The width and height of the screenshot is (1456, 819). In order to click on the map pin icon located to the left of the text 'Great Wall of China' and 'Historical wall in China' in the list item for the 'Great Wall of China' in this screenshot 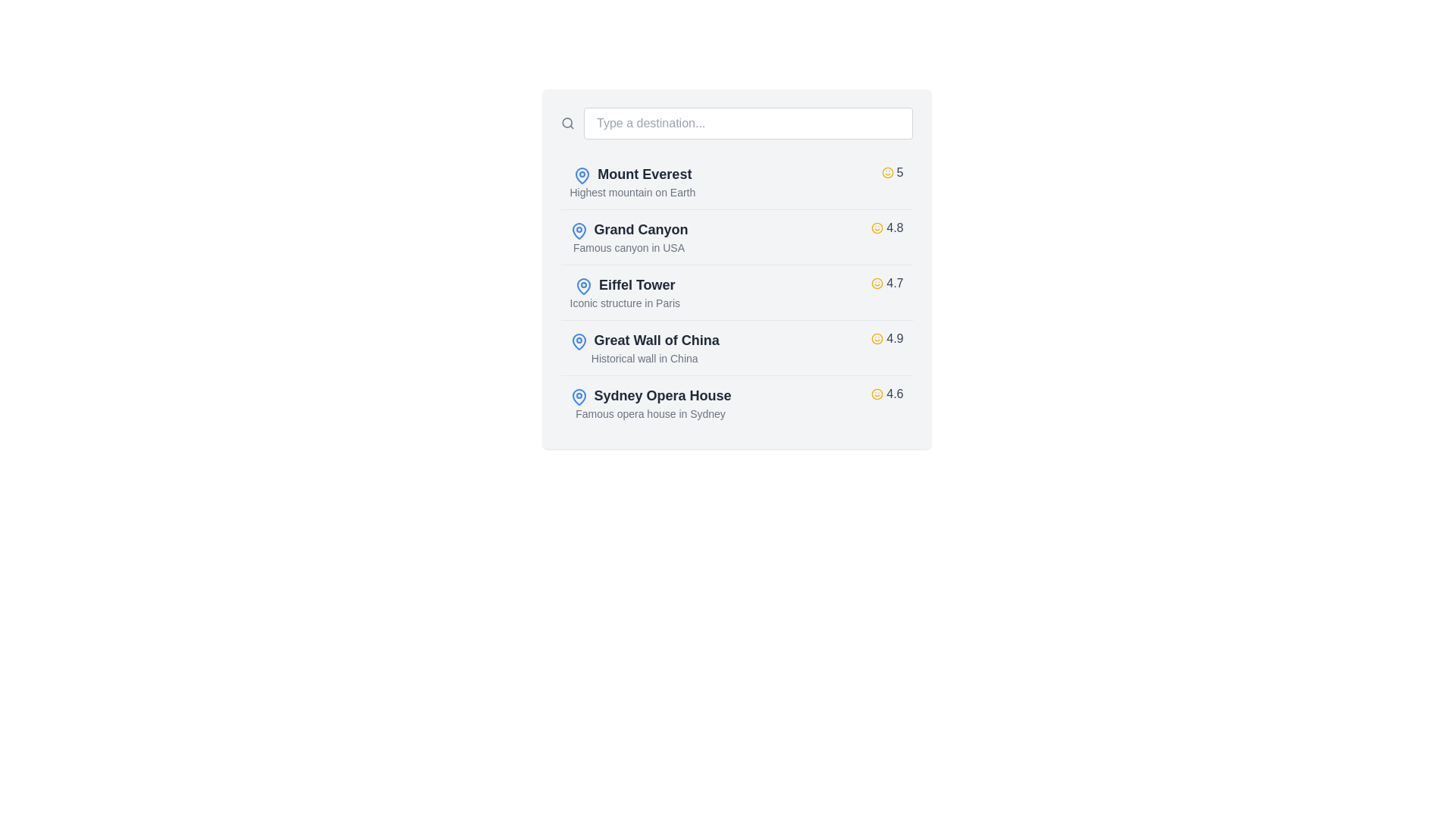, I will do `click(578, 341)`.